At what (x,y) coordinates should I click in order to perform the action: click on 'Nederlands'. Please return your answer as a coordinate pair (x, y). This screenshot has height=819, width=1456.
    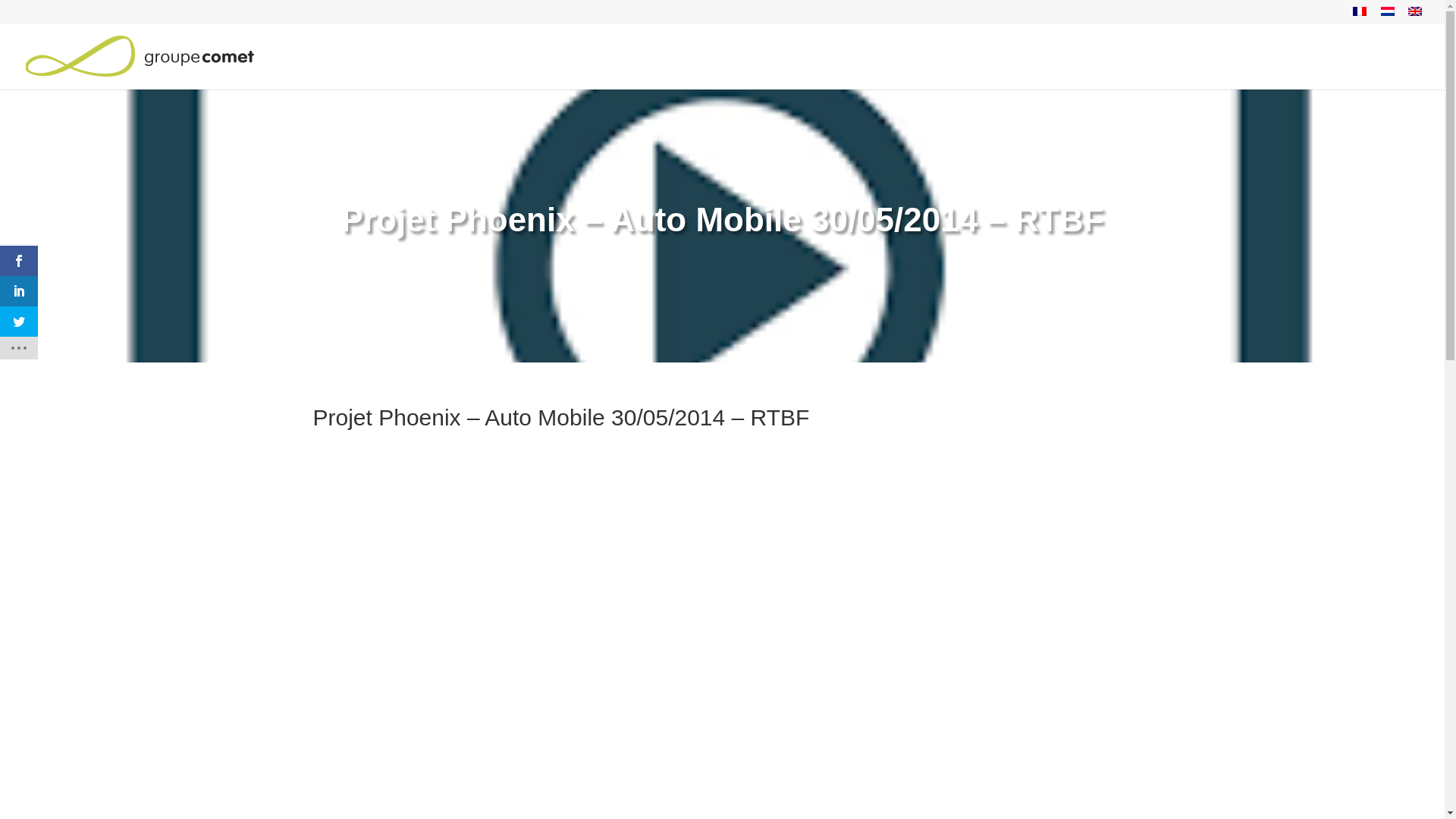
    Looking at the image, I should click on (1380, 11).